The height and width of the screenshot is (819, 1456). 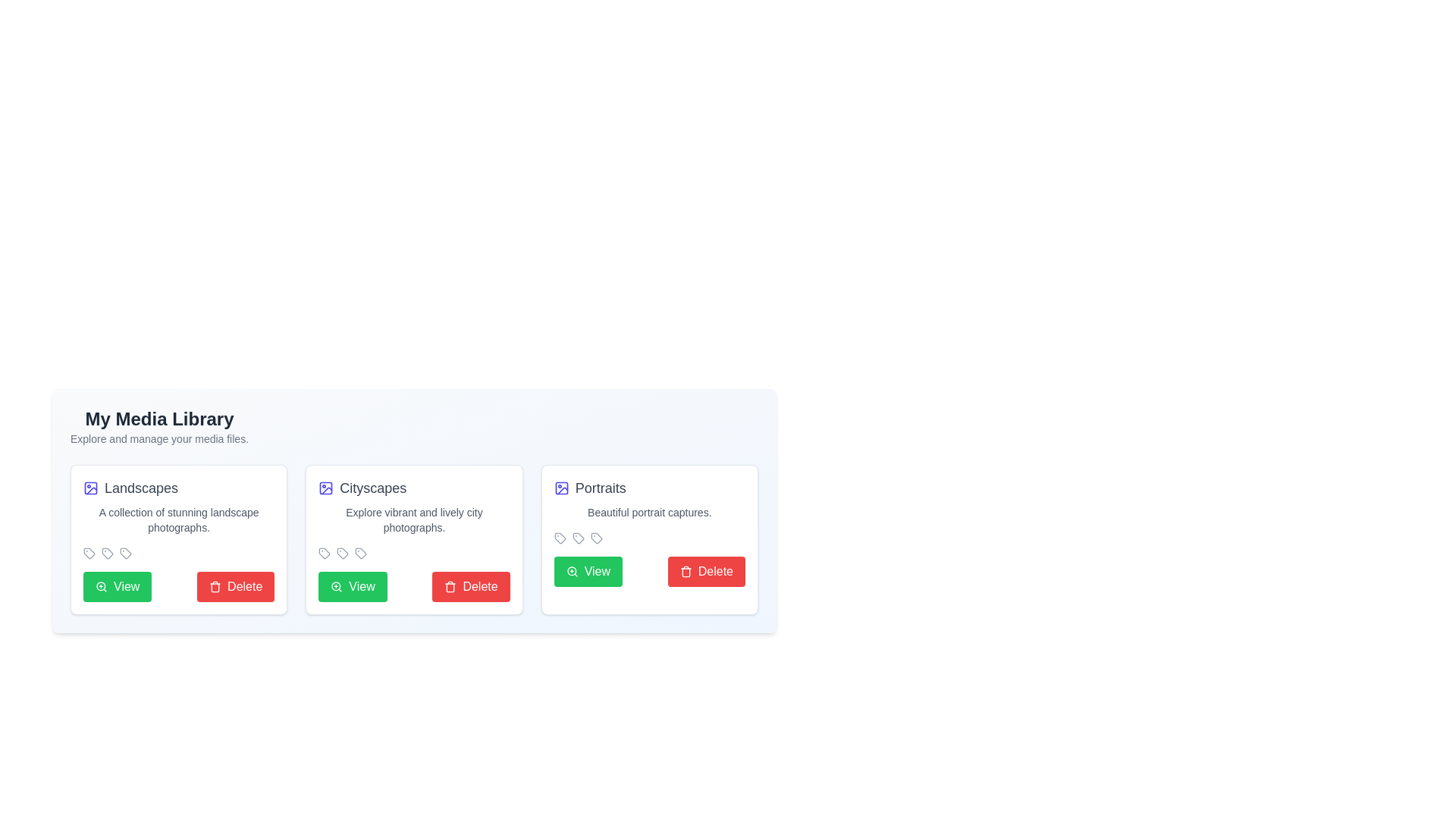 I want to click on the text block displaying the sentence 'Explore vibrant and lively city photographs.' located in the second card labeled 'Cityscapes', so click(x=414, y=519).